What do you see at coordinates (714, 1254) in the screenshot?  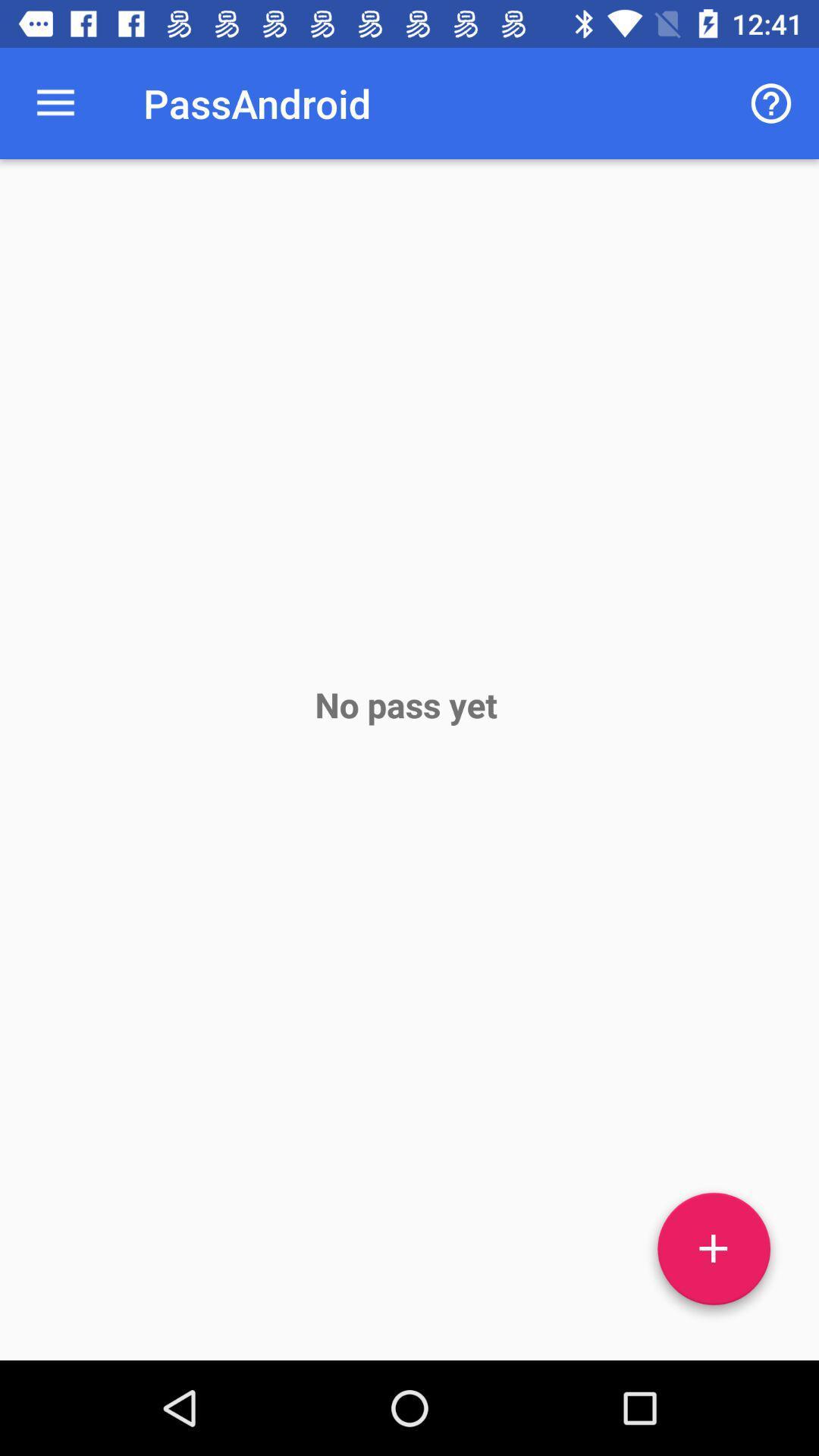 I see `the add icon` at bounding box center [714, 1254].